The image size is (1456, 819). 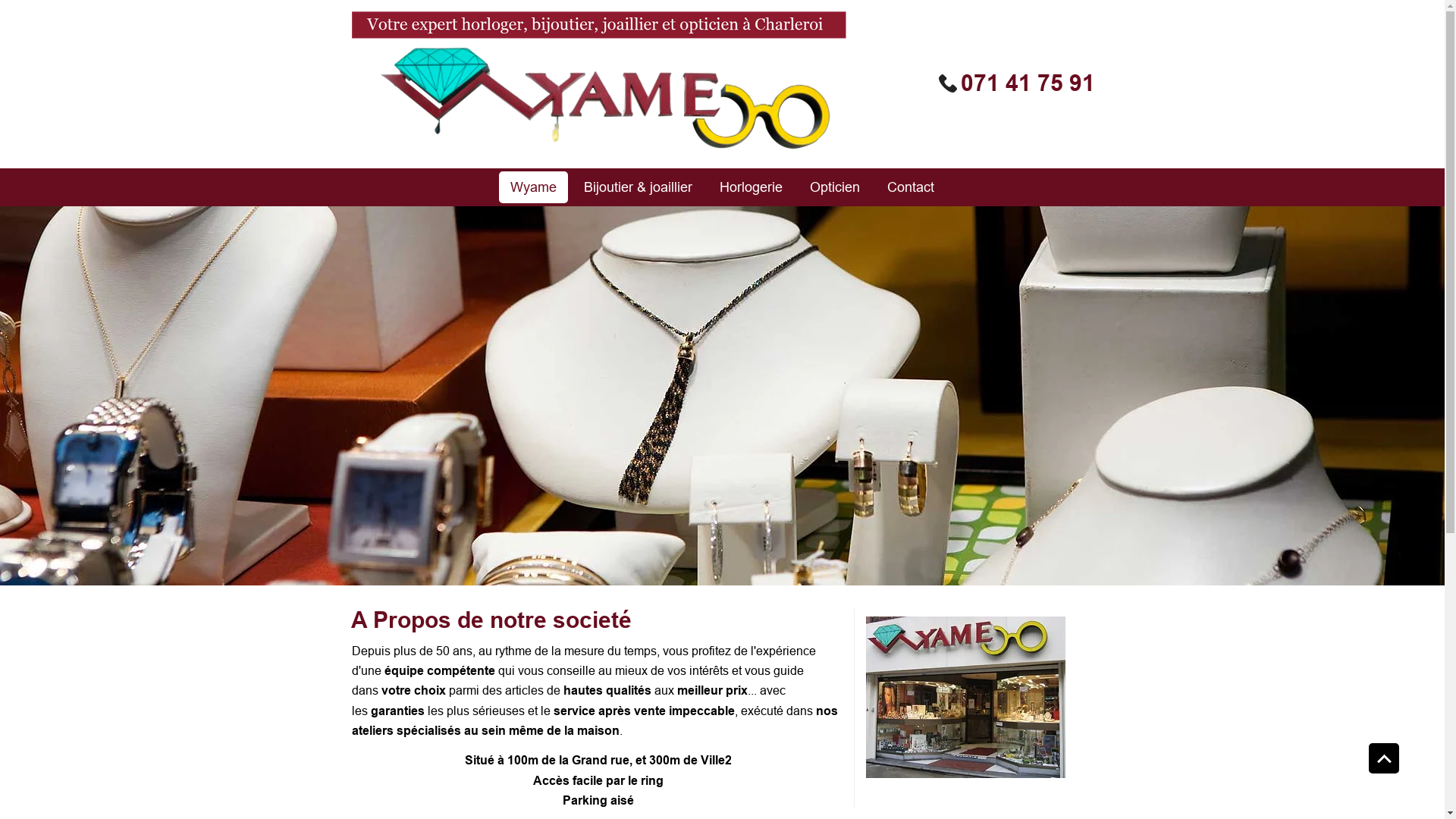 I want to click on '071 41 75 91', so click(x=959, y=83).